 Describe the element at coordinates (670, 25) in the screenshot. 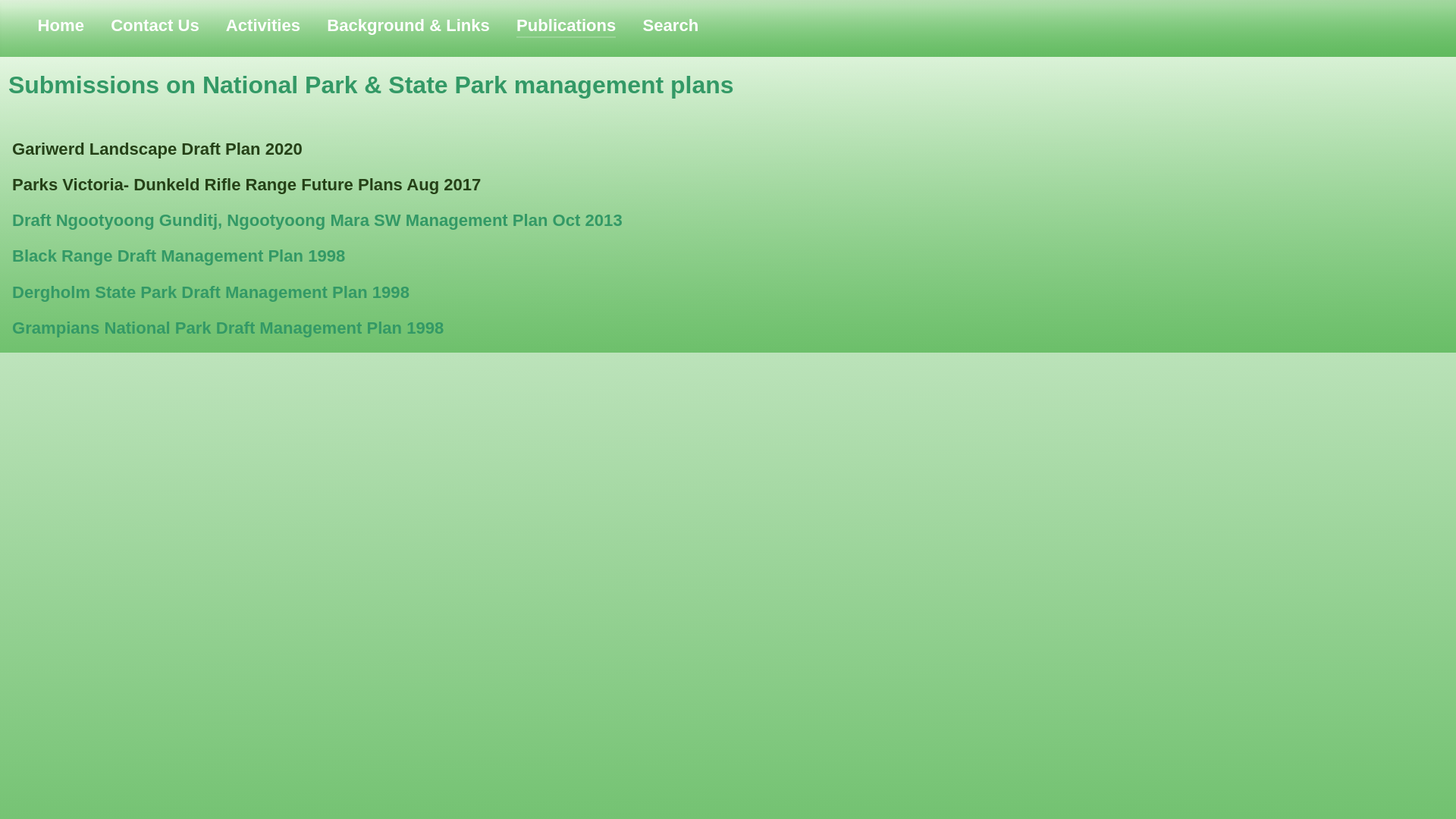

I see `'Search'` at that location.